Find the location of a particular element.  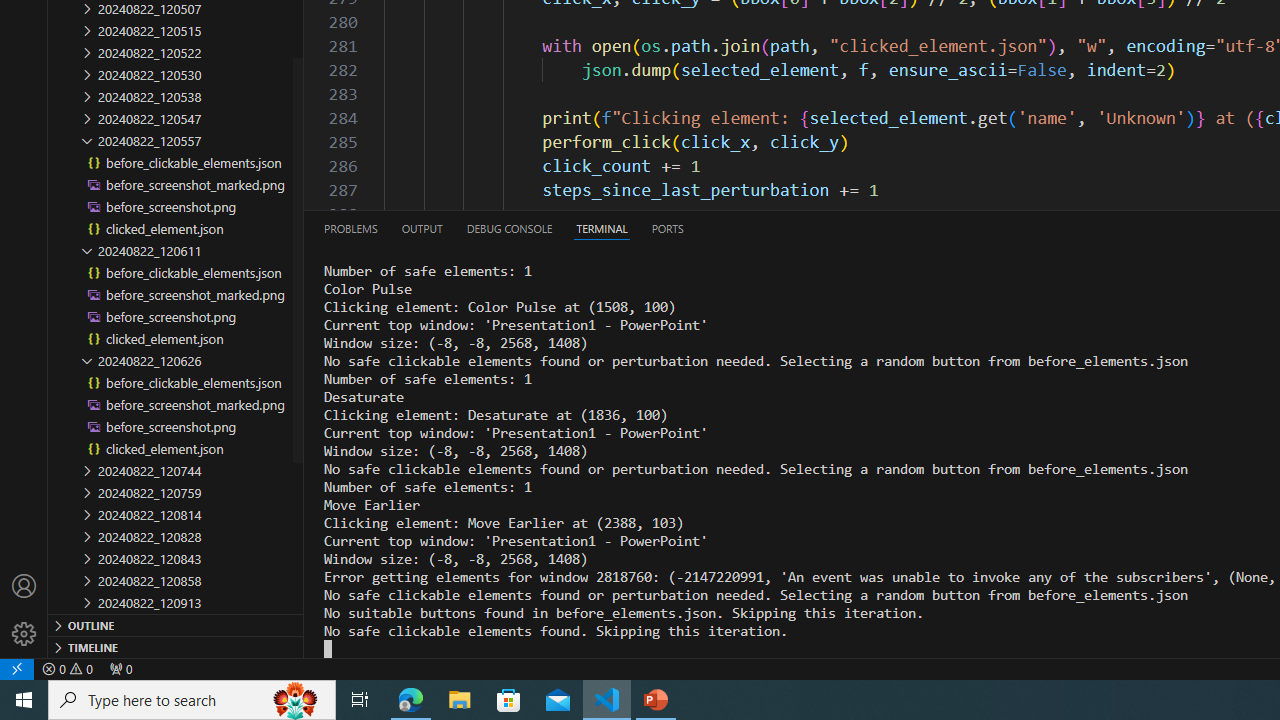

'Timeline Section' is located at coordinates (176, 646).